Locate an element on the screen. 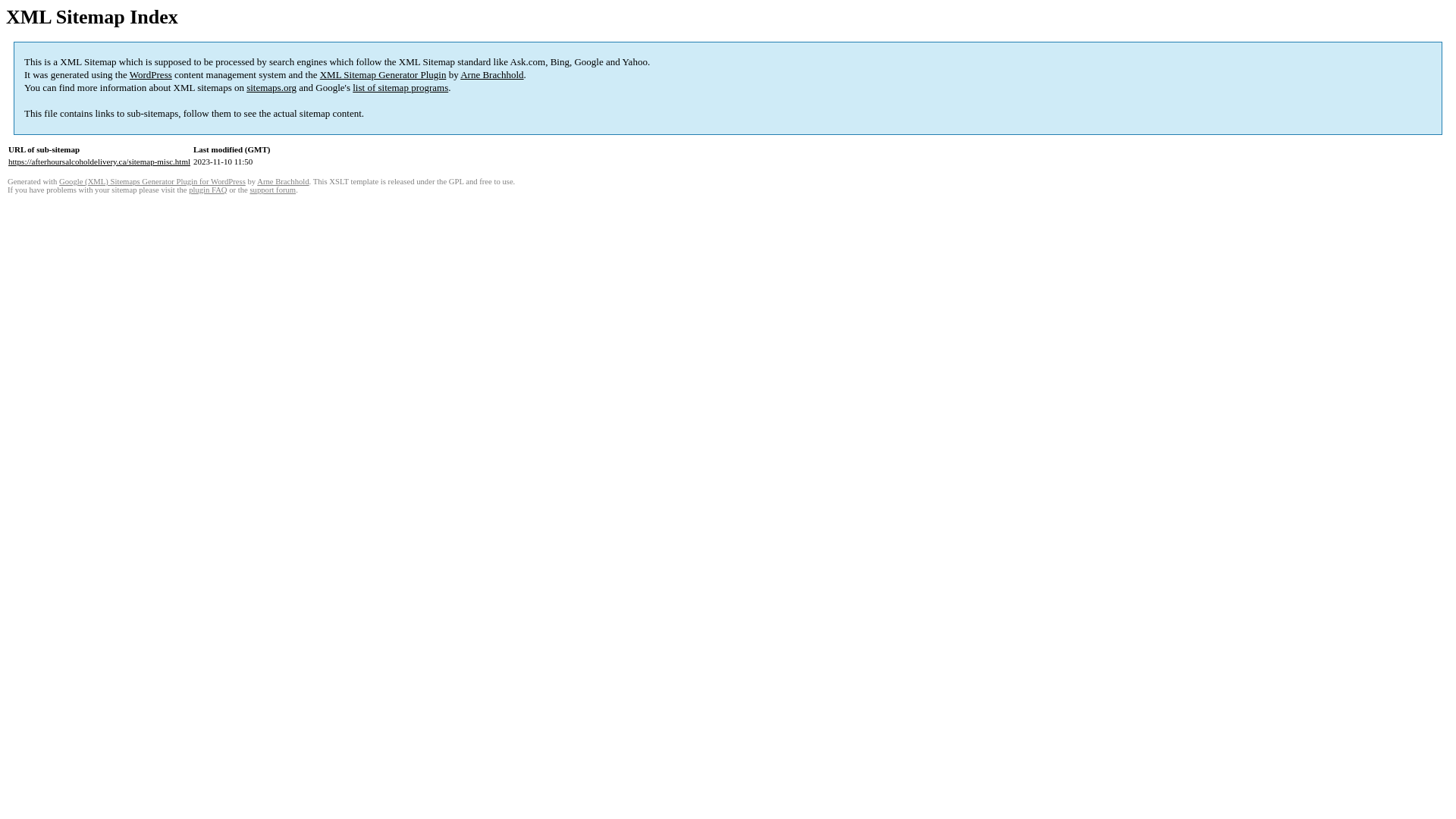 This screenshot has width=1456, height=819. 'plugin FAQ' is located at coordinates (206, 189).